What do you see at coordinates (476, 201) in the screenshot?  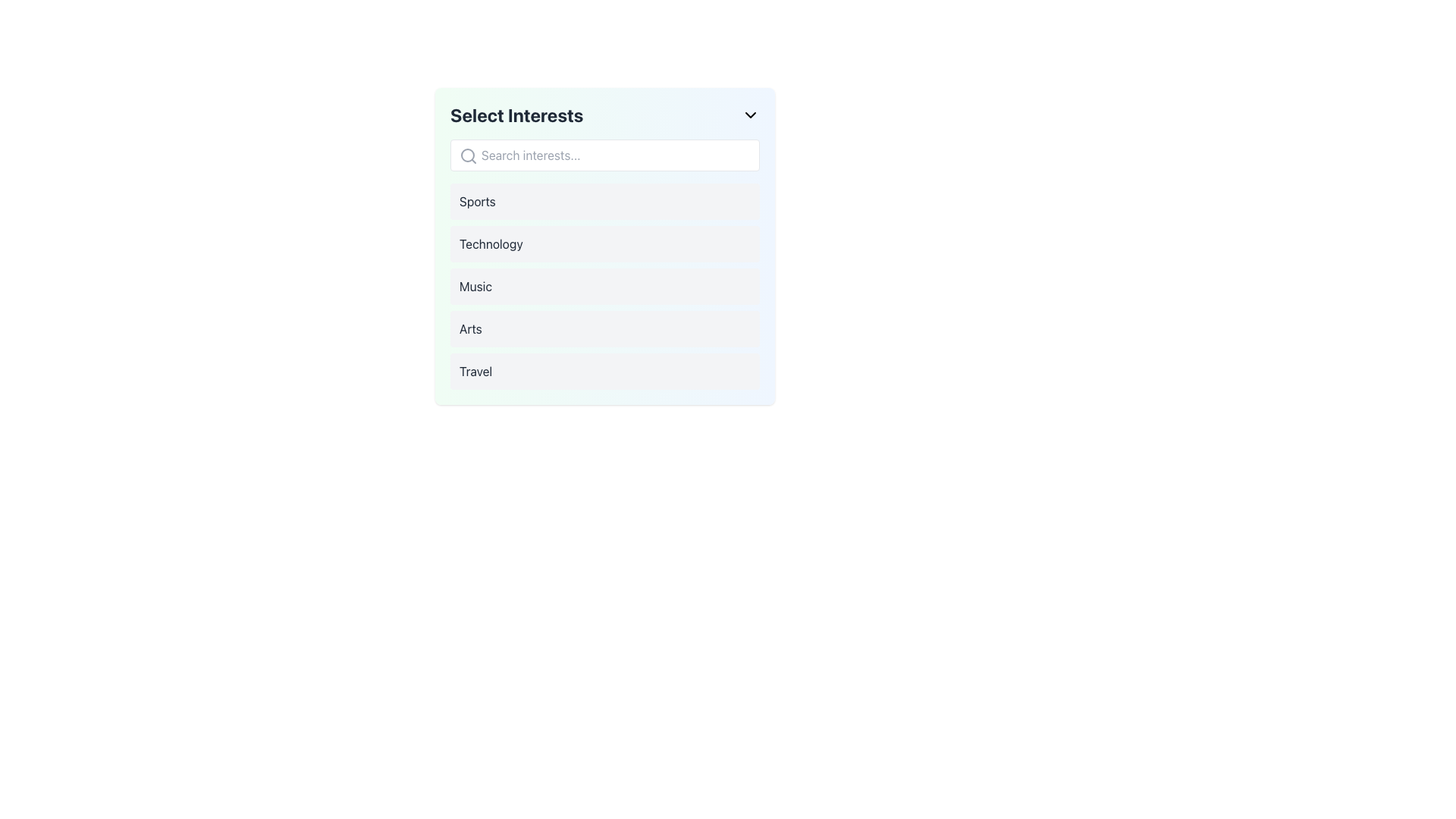 I see `text of the 'Sports' selectable label located in the first row under the search field within the 'Select Interests' panel` at bounding box center [476, 201].